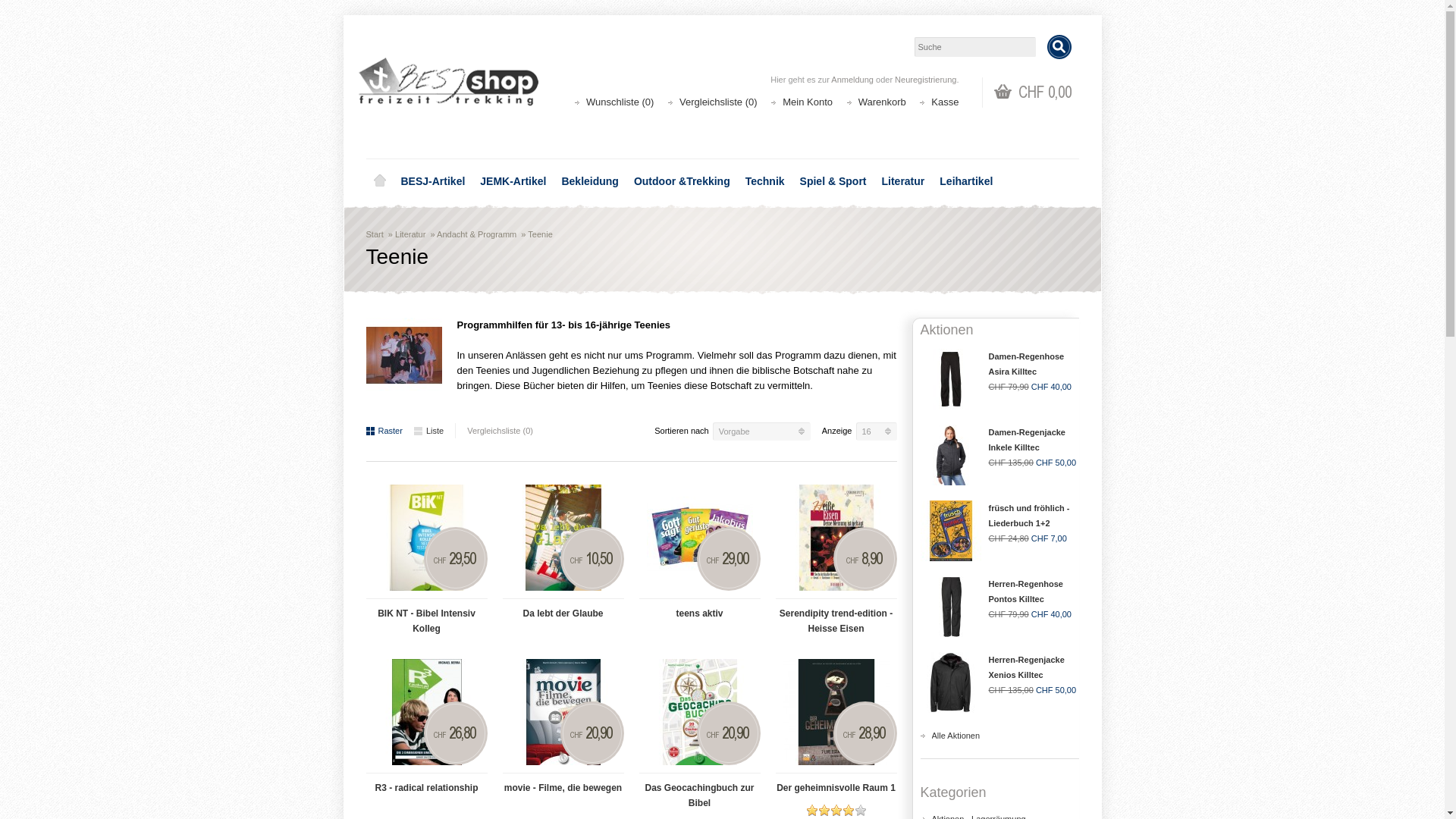 The image size is (1456, 819). What do you see at coordinates (383, 430) in the screenshot?
I see `'Raster'` at bounding box center [383, 430].